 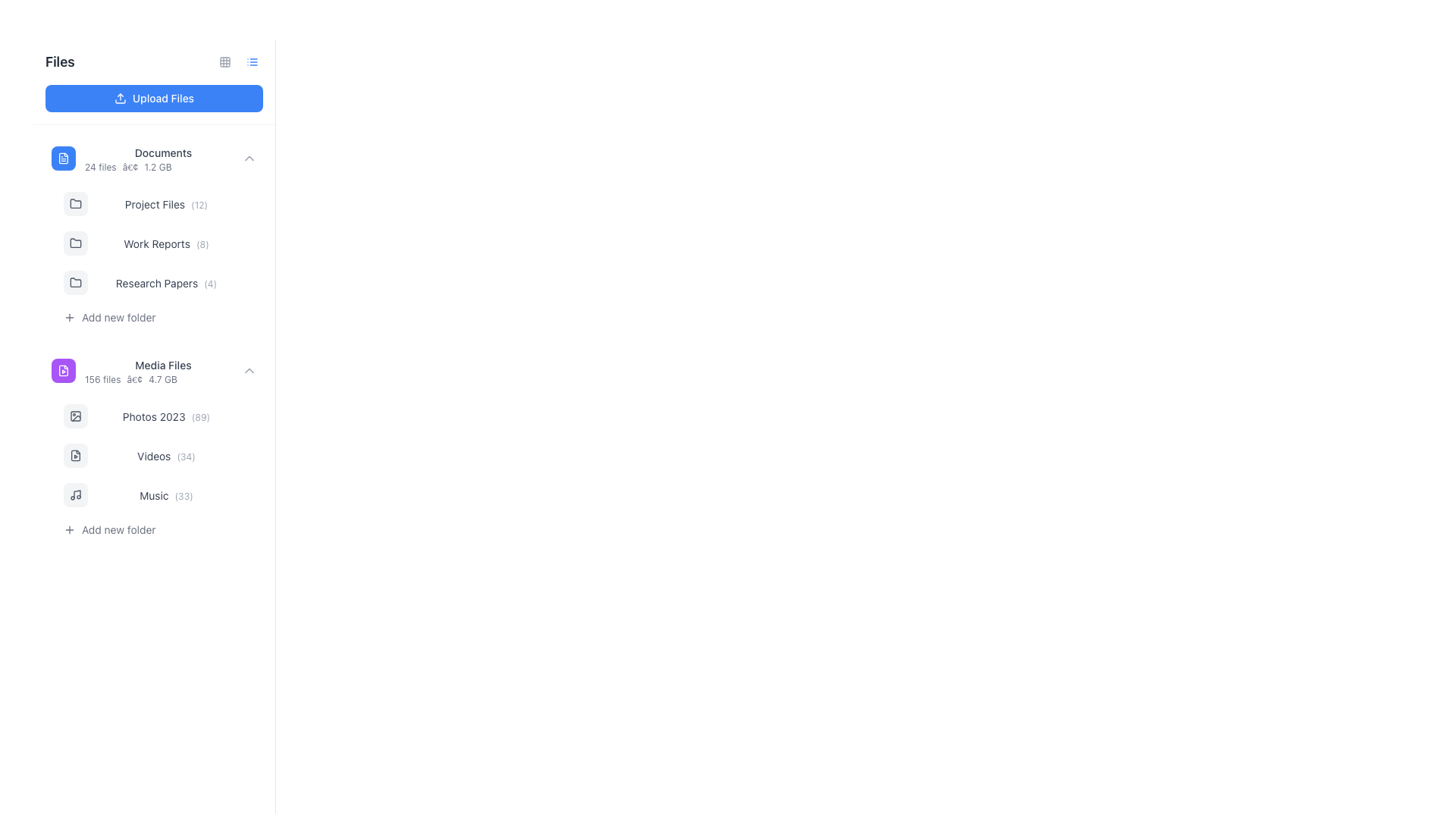 I want to click on the icon button located to the left of the 'Add new folder' label in the 'Media Files' section, so click(x=68, y=529).